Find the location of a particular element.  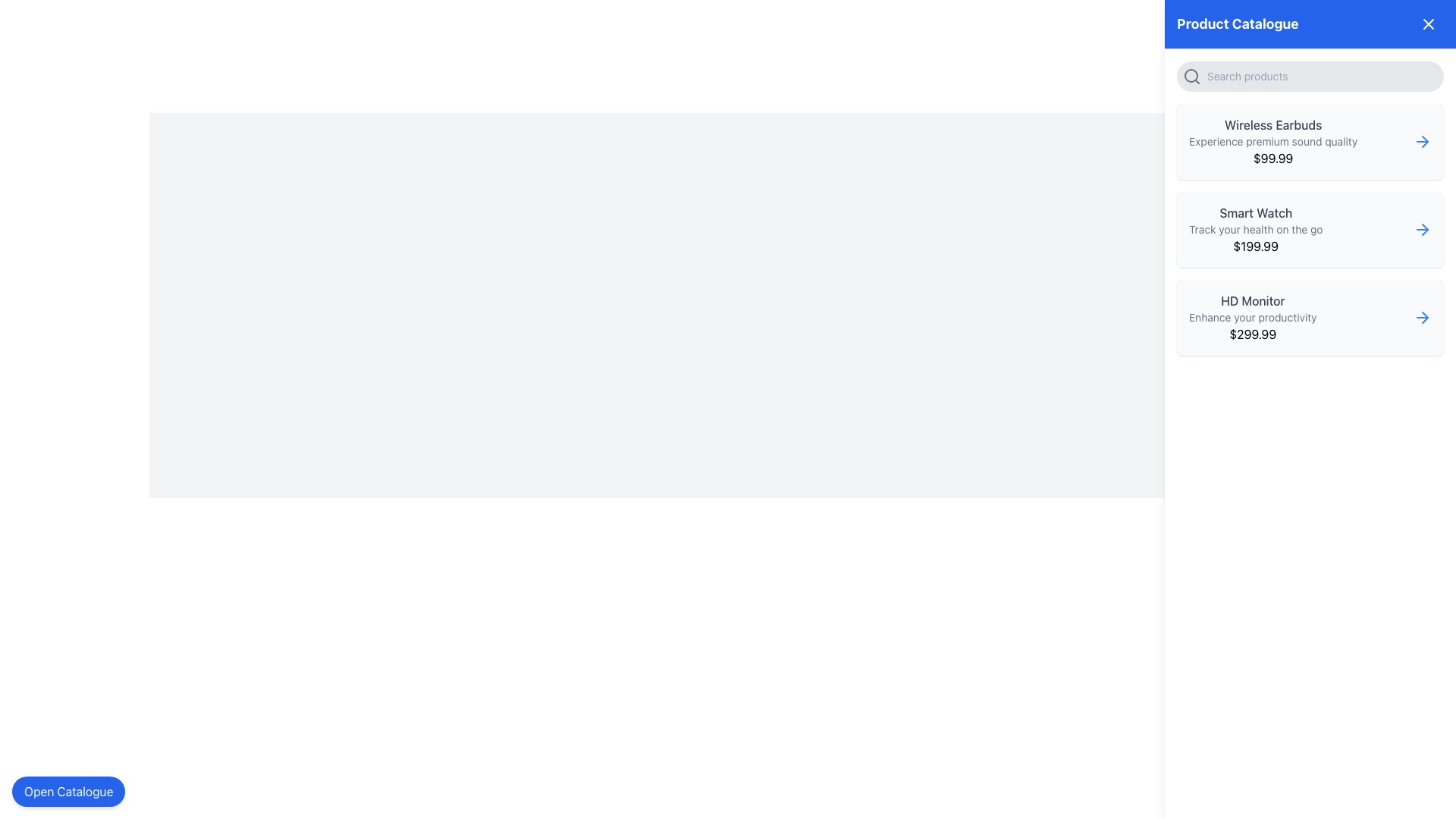

the navigation icon located to the far right of the 'Wireless Earbuds' list item in the 'Product Catalogue' section is located at coordinates (1424, 141).